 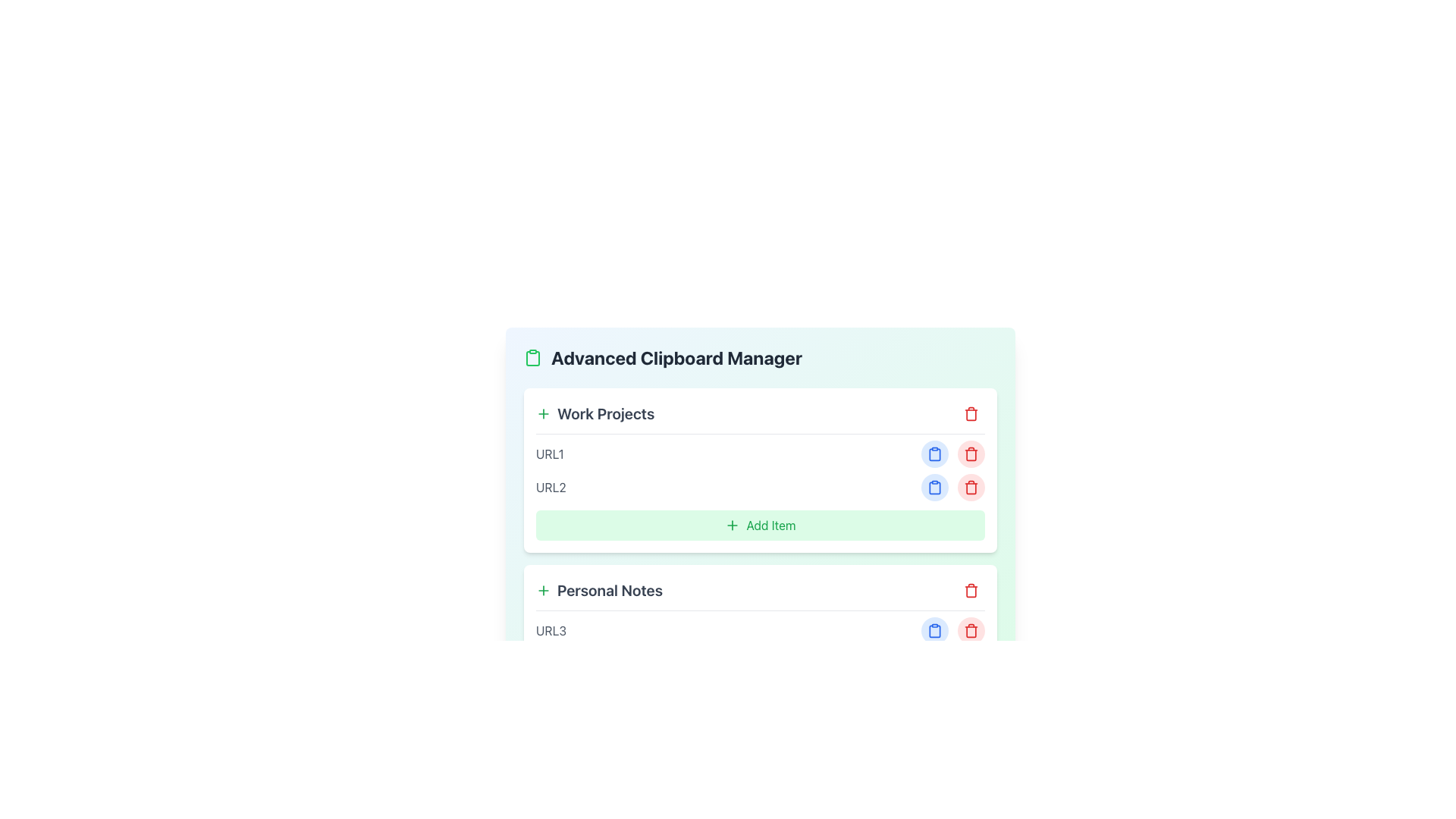 I want to click on the clipboard icon located within the button to the right of an item in the 'Work Projects' section, so click(x=934, y=488).